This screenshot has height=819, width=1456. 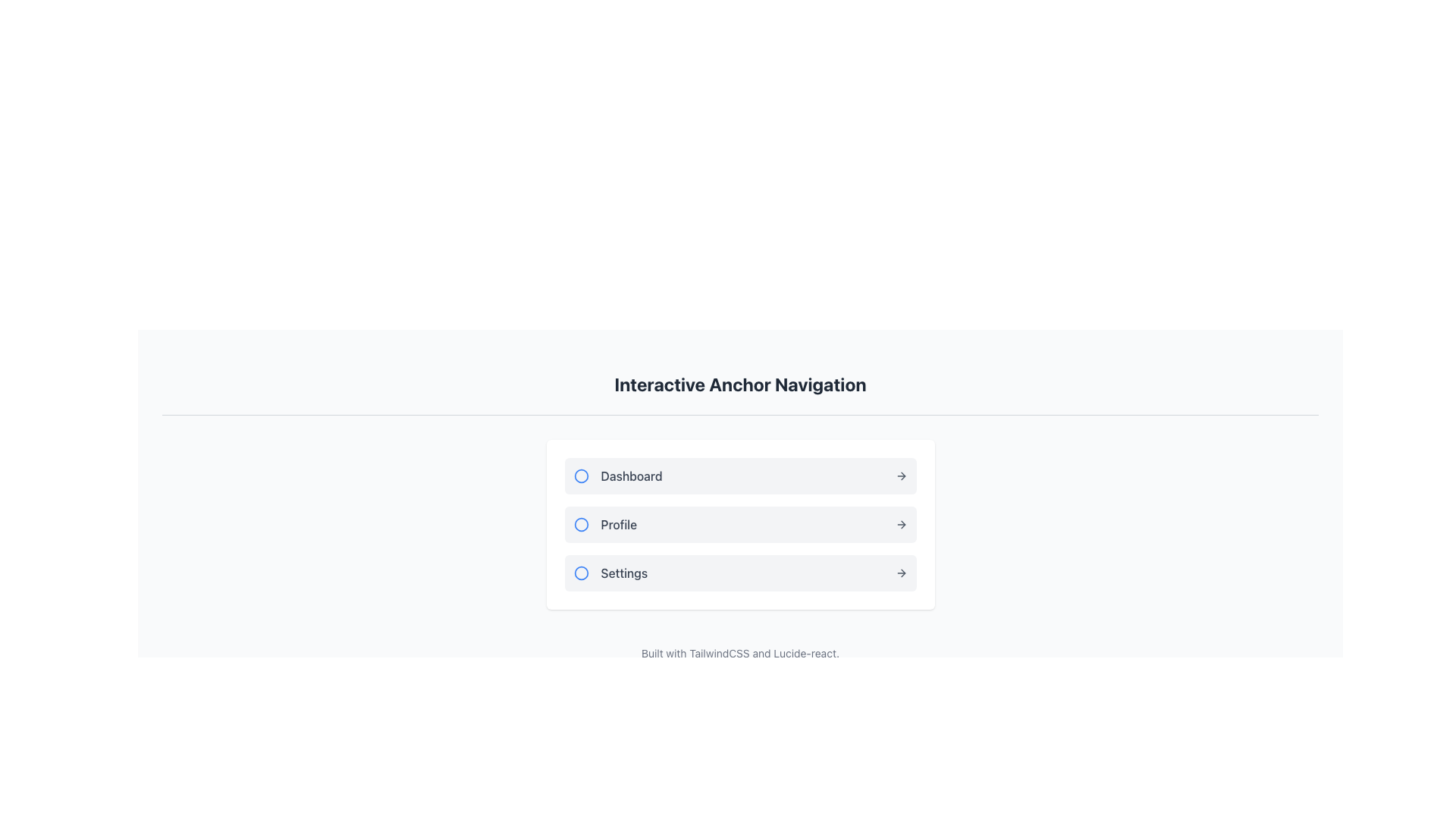 I want to click on the visual marker indicating the selected state of the 'Dashboard' option in the navigation menu, which is the first circular marker associated with the 'Dashboard' text, so click(x=580, y=475).